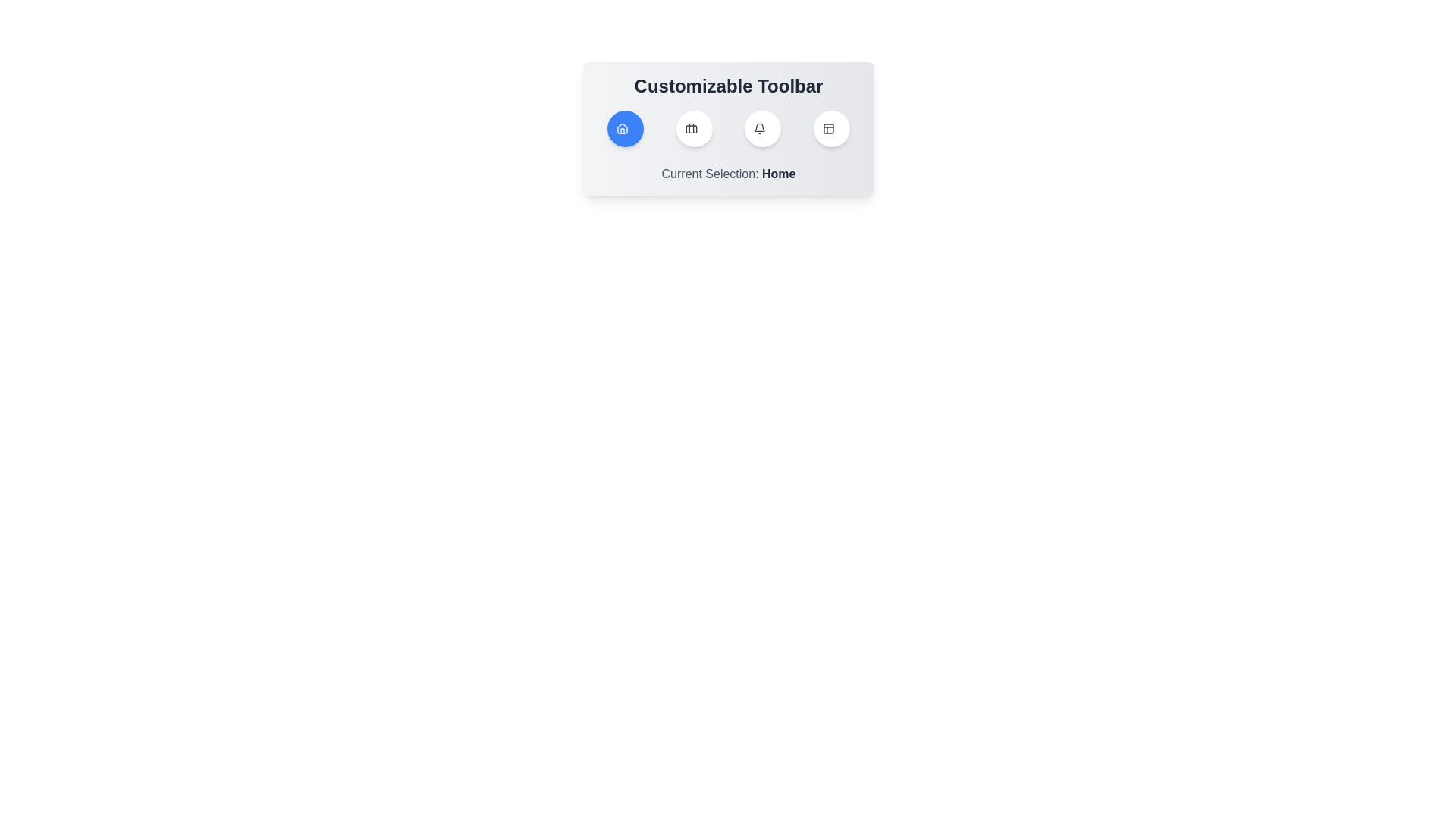 Image resolution: width=1456 pixels, height=819 pixels. What do you see at coordinates (622, 127) in the screenshot?
I see `the small house-shaped SVG icon with a blue circular background, located inside the leftmost button of the 'Customizable Toolbar'` at bounding box center [622, 127].